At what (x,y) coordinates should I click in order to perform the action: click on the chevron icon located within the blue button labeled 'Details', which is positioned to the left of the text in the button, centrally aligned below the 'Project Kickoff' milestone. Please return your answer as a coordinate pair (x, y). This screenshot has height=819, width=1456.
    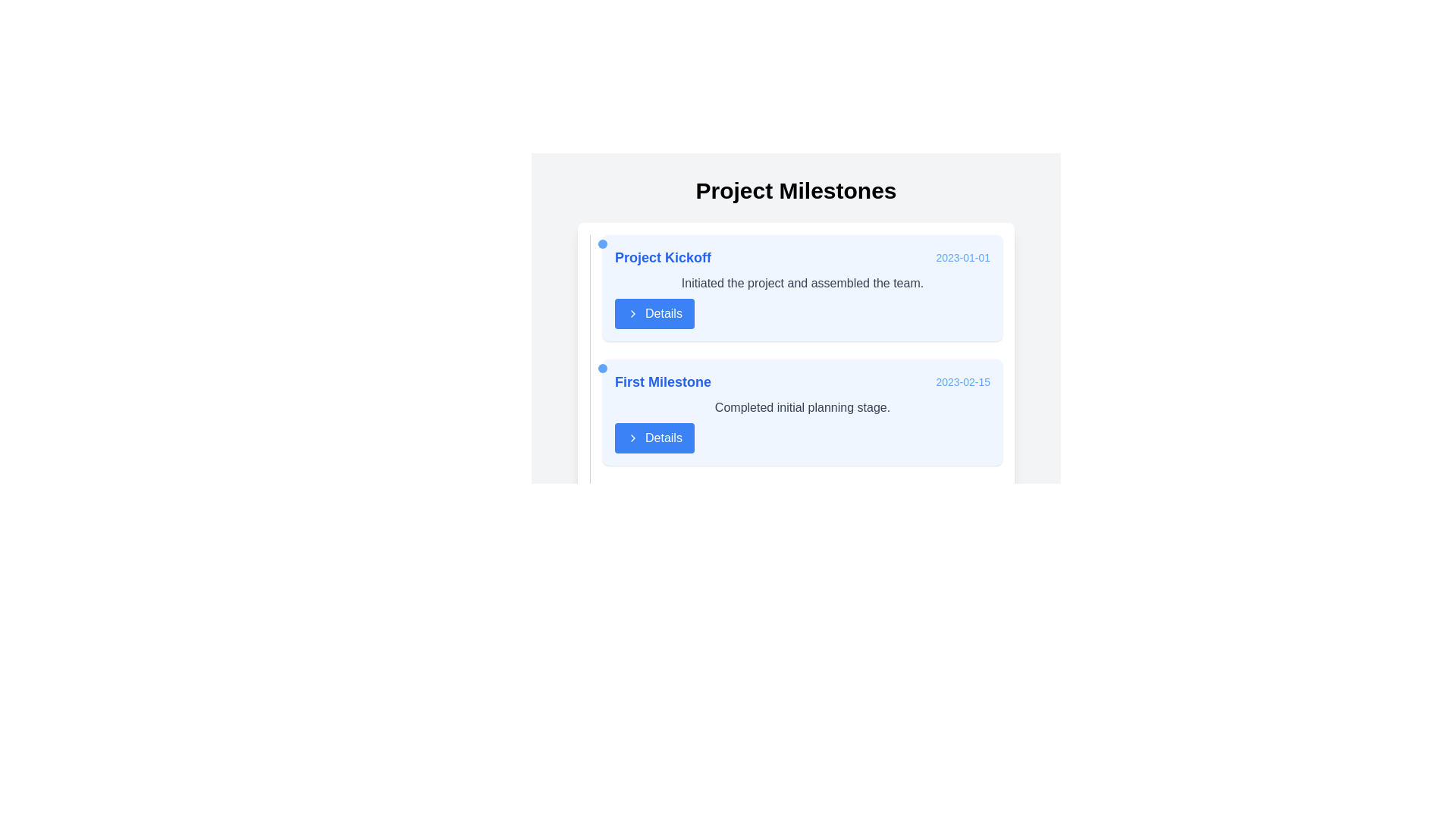
    Looking at the image, I should click on (633, 312).